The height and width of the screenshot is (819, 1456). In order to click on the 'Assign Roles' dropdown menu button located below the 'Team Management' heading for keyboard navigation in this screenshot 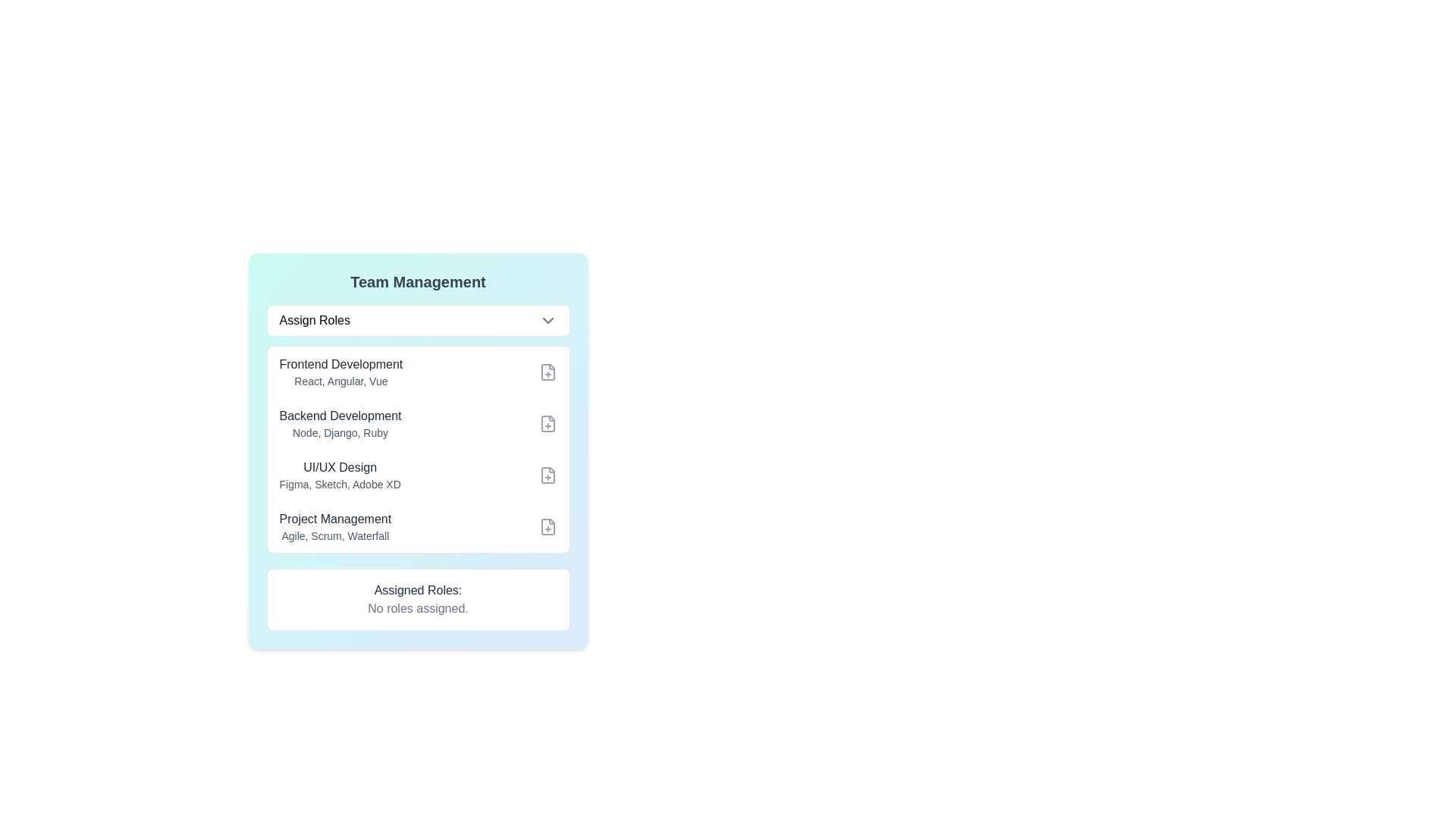, I will do `click(418, 320)`.